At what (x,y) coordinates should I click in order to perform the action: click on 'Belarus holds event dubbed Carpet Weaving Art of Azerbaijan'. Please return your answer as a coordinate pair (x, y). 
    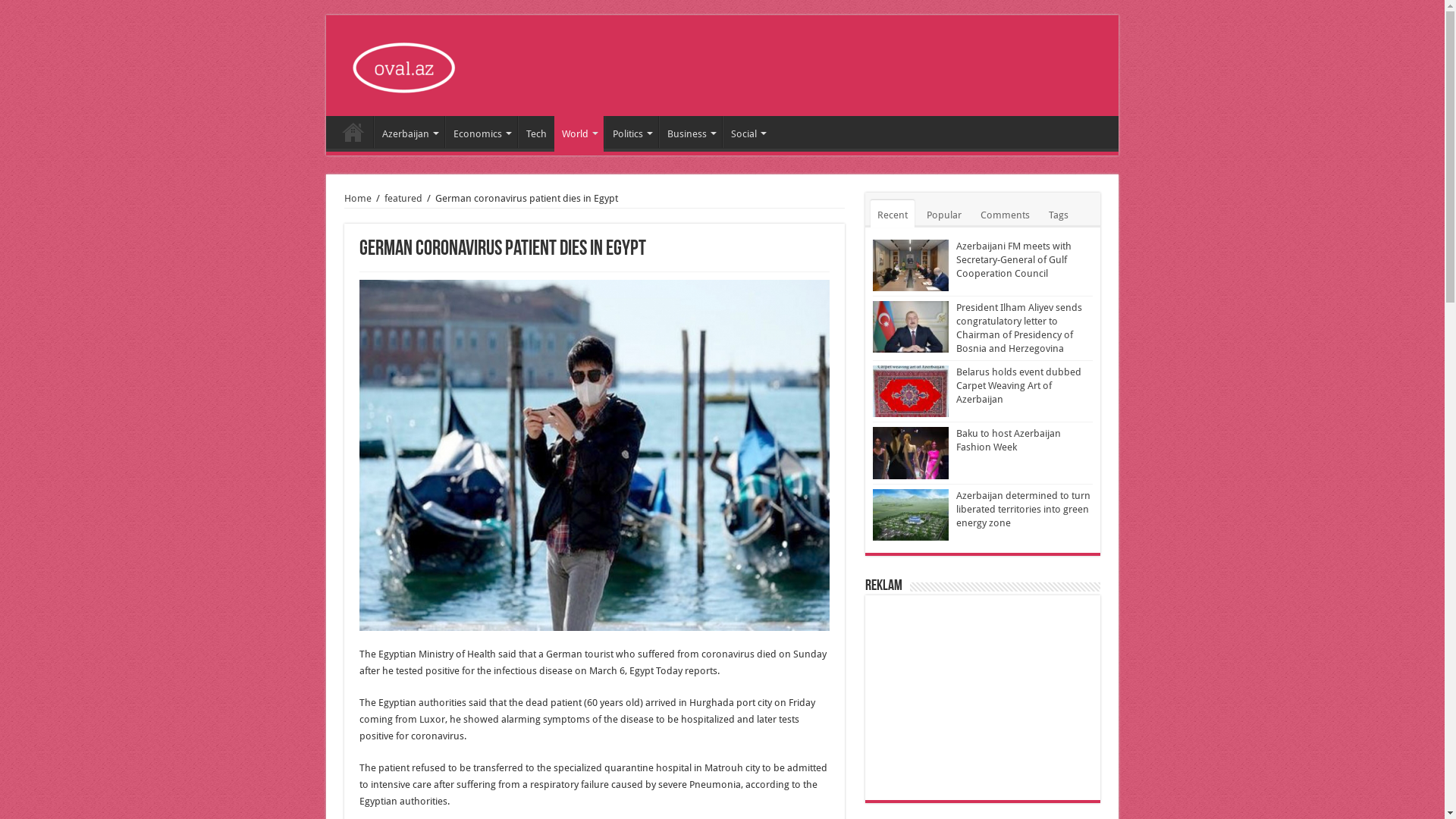
    Looking at the image, I should click on (955, 384).